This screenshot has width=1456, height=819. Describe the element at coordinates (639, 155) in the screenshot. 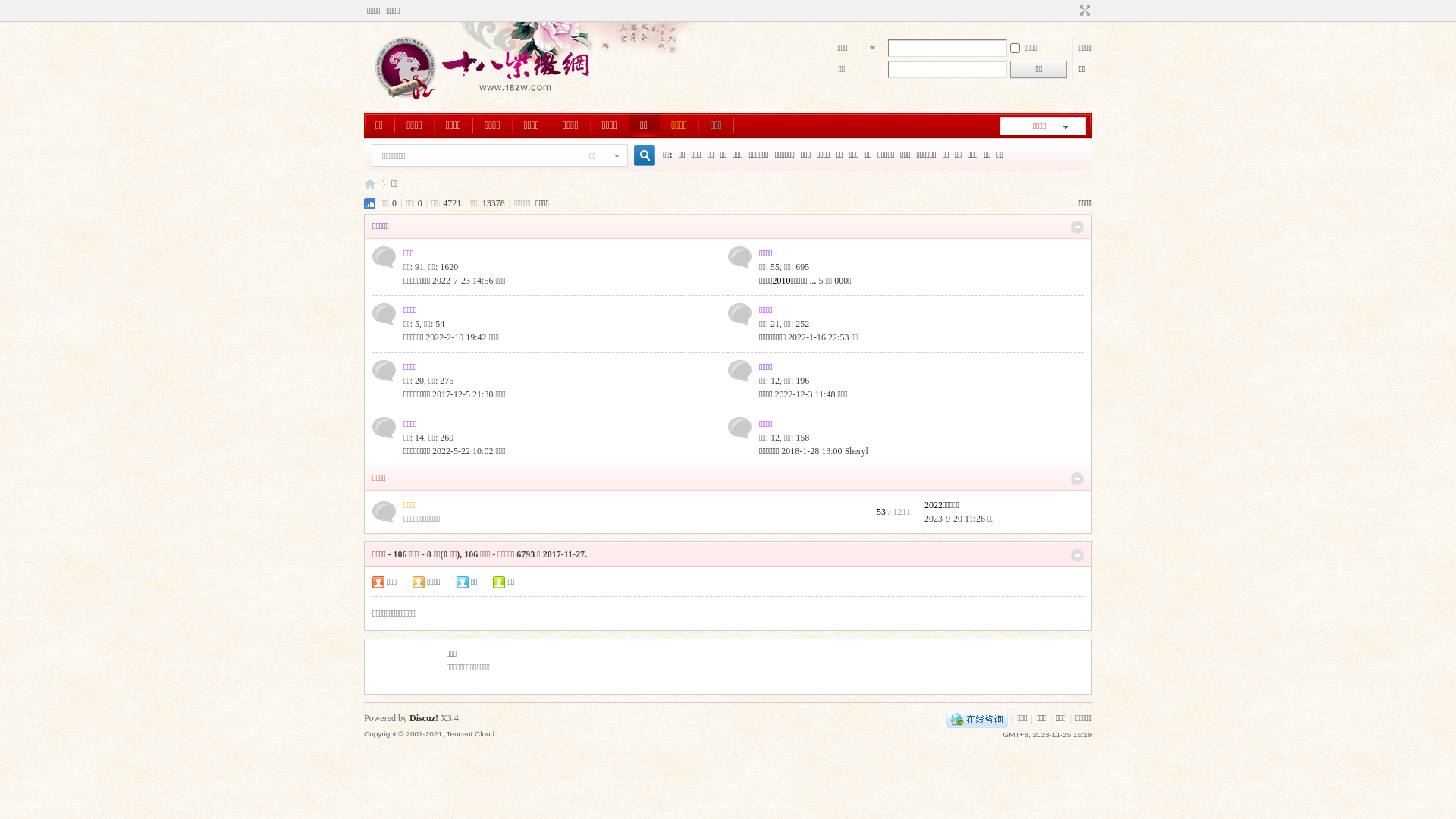

I see `'true'` at that location.